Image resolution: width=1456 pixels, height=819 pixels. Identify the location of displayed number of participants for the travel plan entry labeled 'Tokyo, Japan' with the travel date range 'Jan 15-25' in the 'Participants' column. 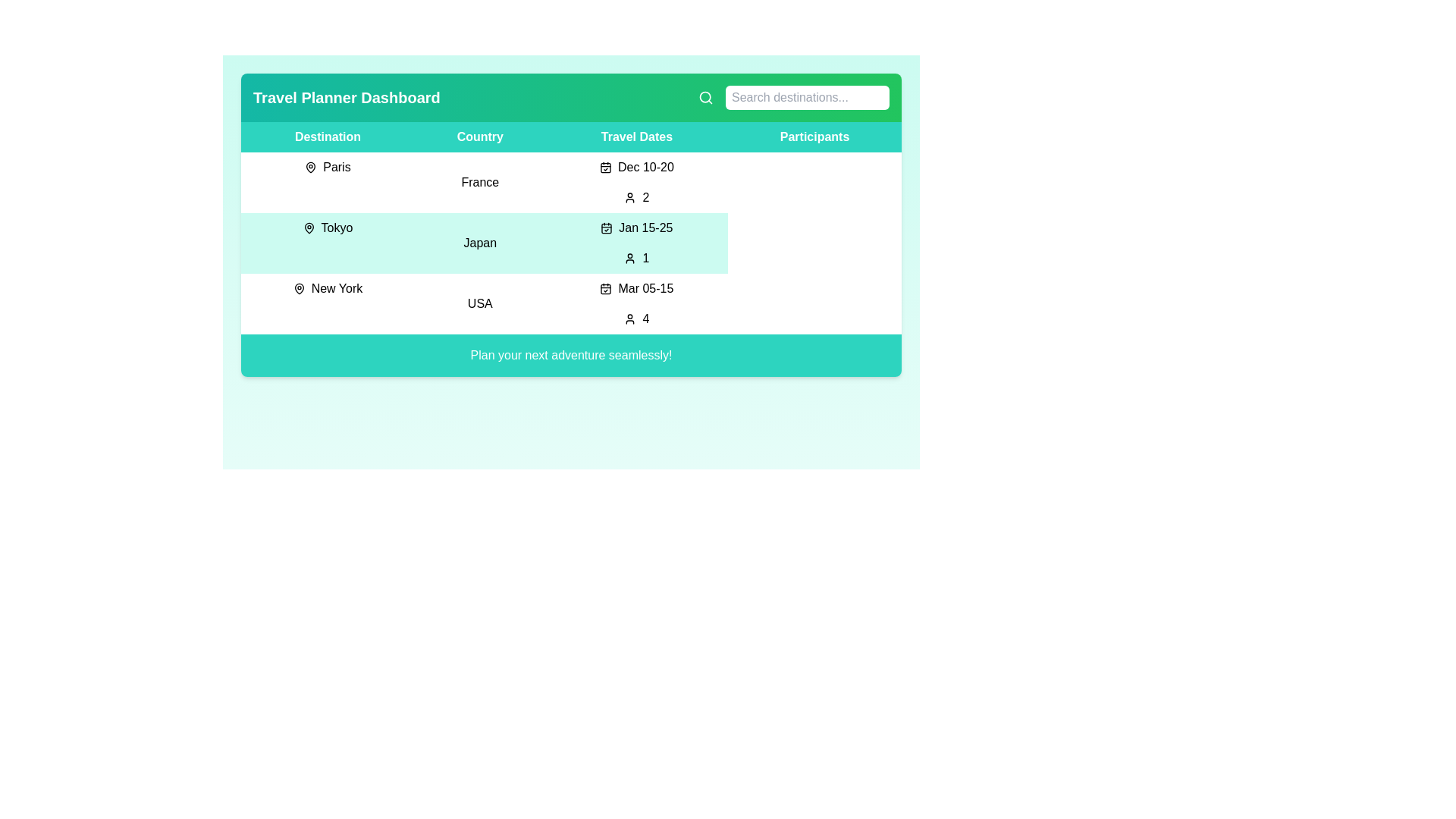
(637, 257).